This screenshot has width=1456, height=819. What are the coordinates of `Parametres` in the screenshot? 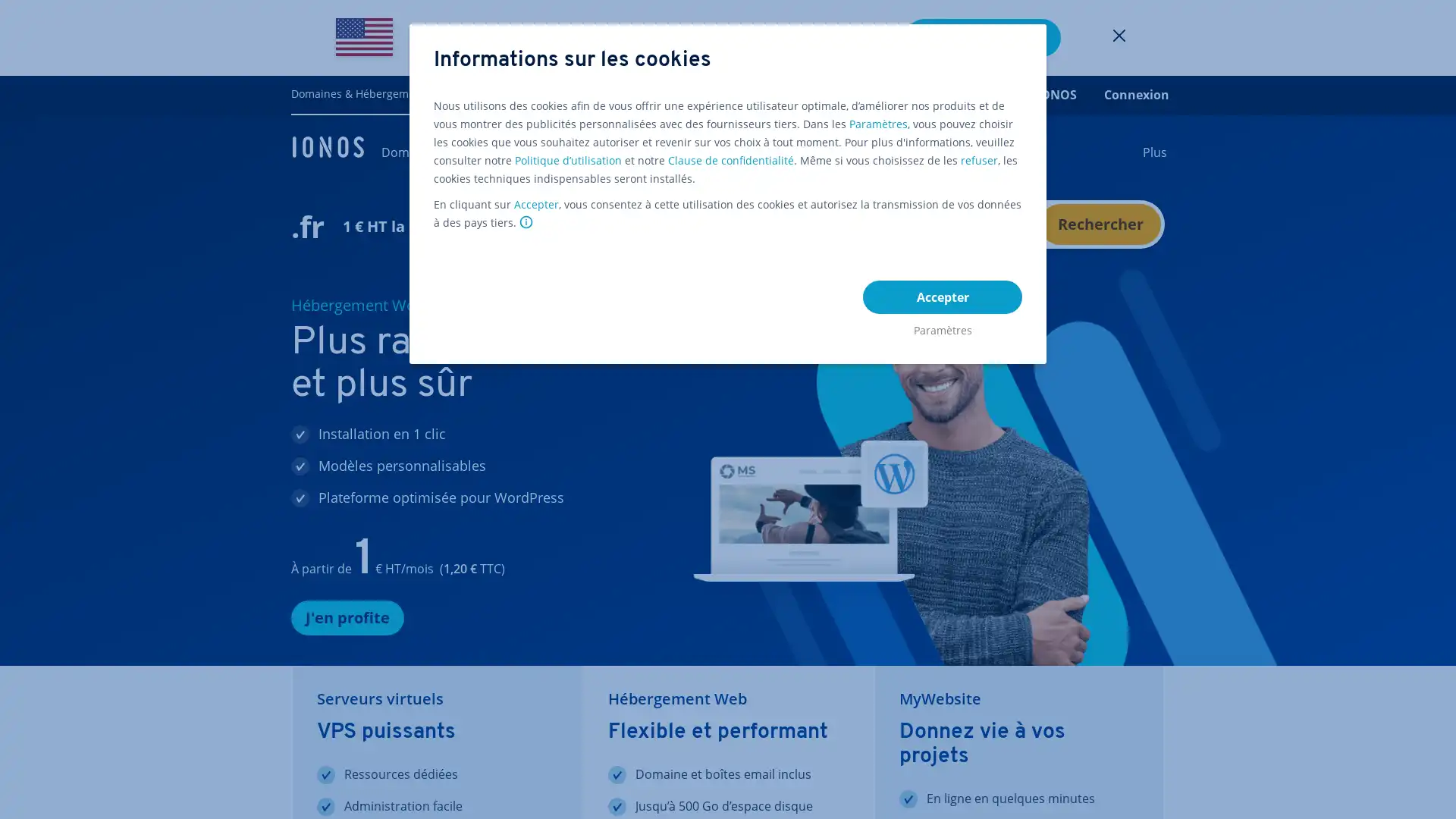 It's located at (942, 326).